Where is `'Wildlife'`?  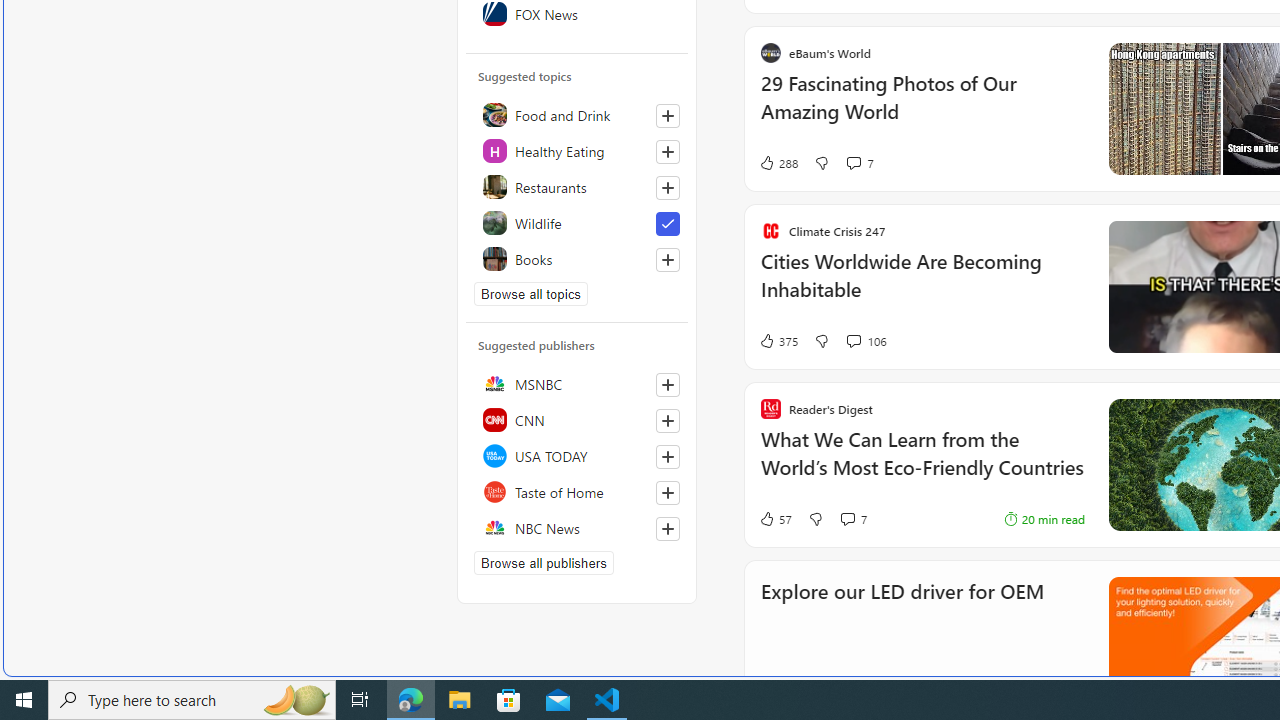
'Wildlife' is located at coordinates (576, 222).